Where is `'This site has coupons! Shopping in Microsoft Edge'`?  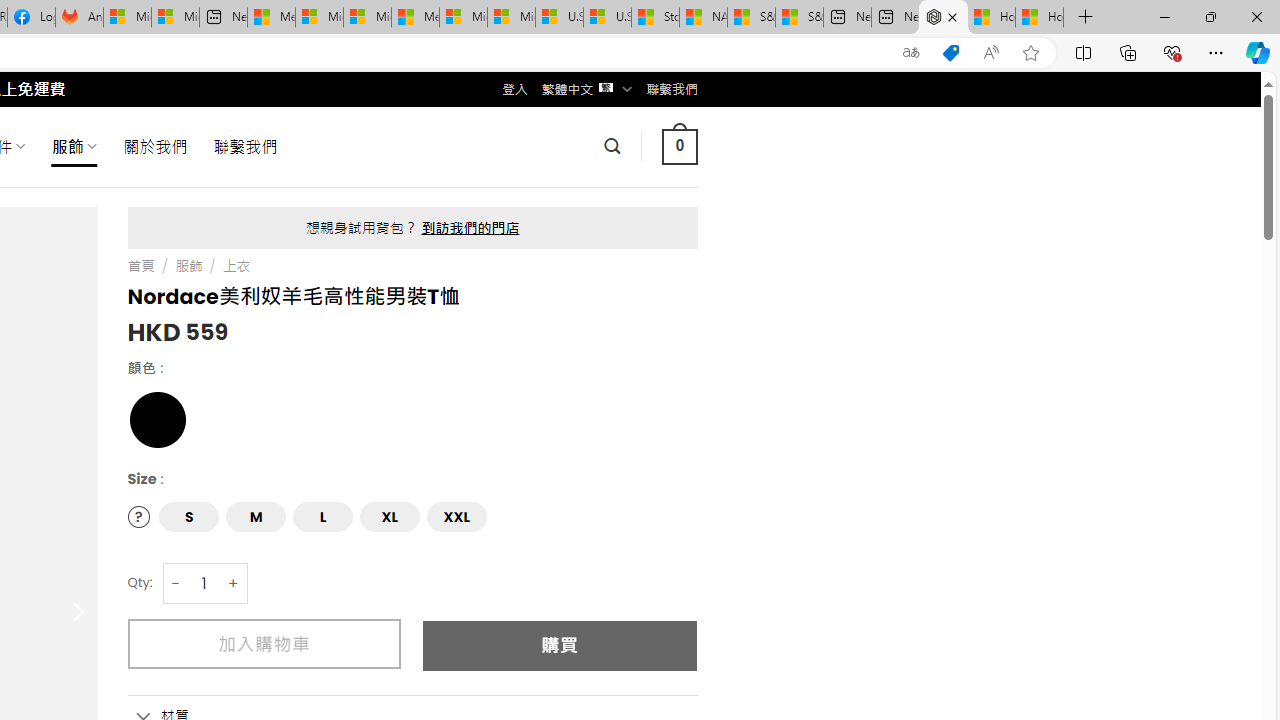
'This site has coupons! Shopping in Microsoft Edge' is located at coordinates (950, 52).